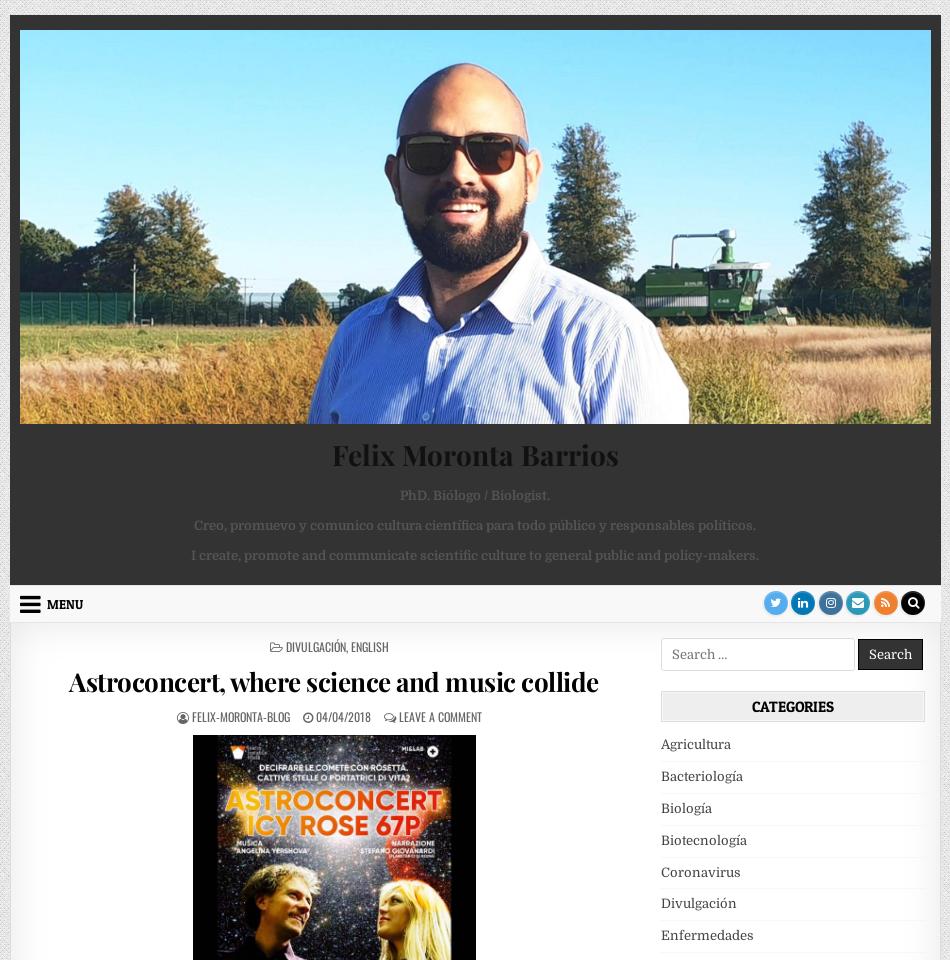  Describe the element at coordinates (791, 706) in the screenshot. I see `'Categories'` at that location.